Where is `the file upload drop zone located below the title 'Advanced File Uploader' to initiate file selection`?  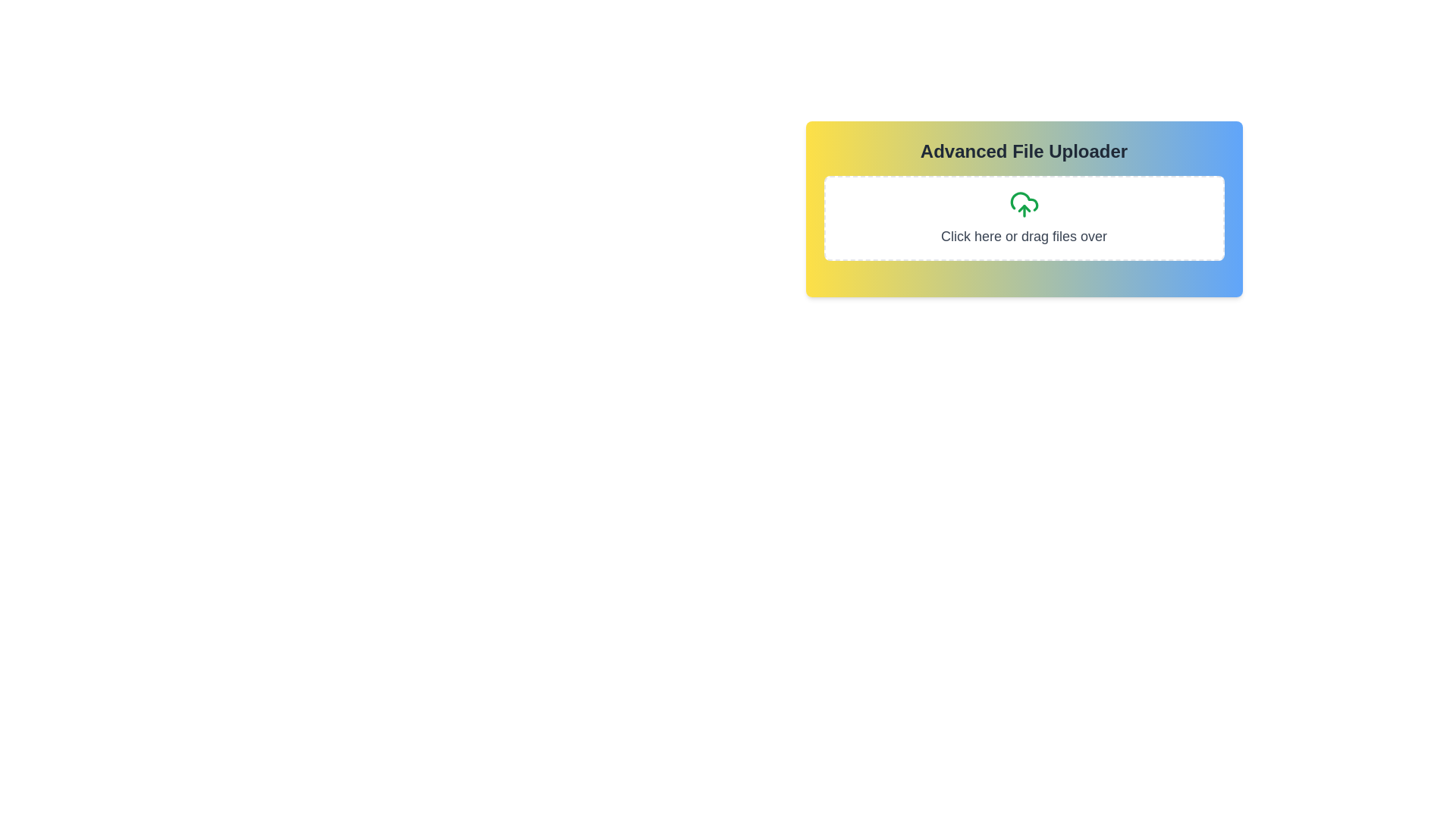 the file upload drop zone located below the title 'Advanced File Uploader' to initiate file selection is located at coordinates (1024, 218).